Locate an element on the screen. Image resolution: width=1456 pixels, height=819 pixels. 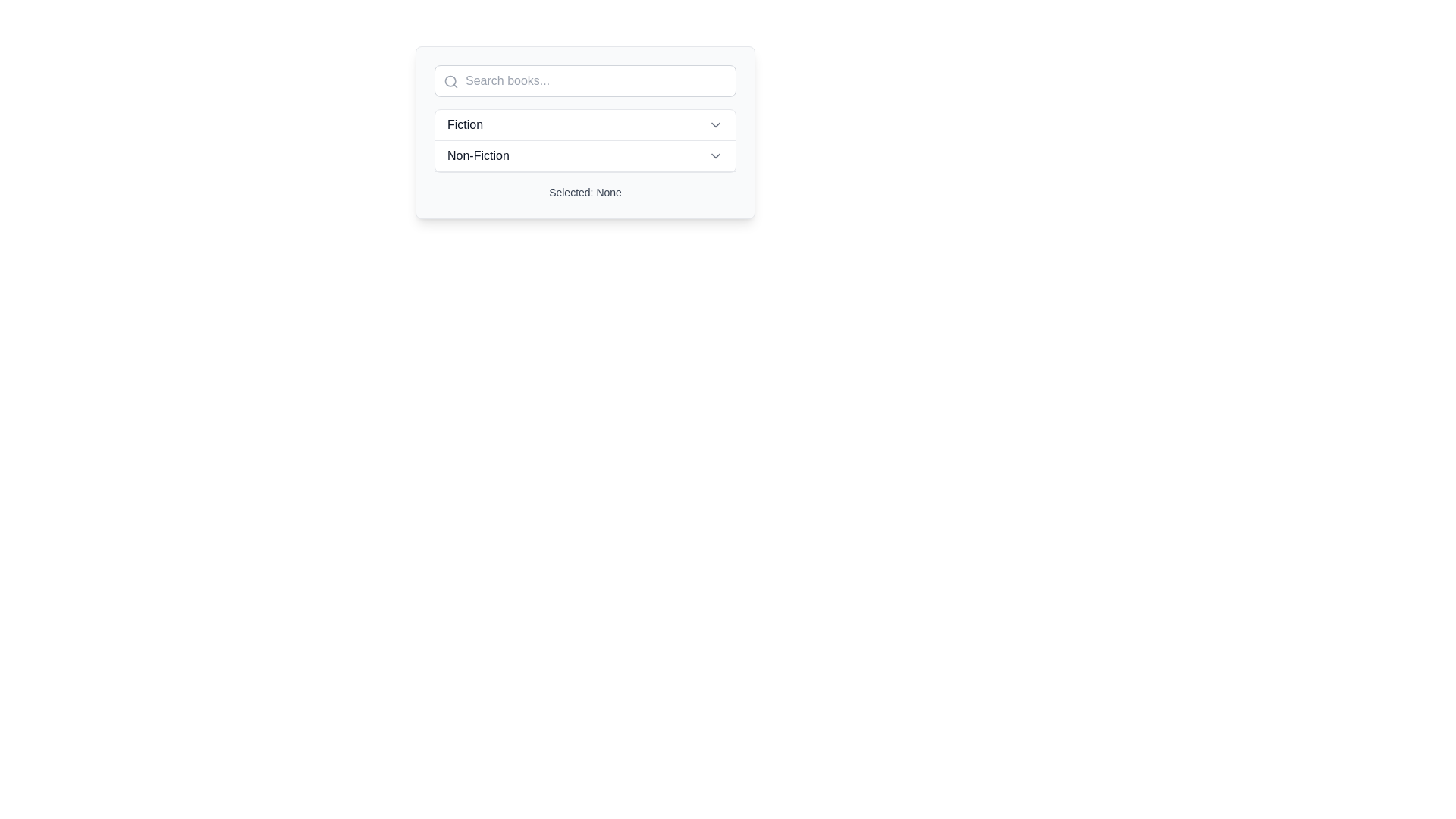
the text label is located at coordinates (477, 155).